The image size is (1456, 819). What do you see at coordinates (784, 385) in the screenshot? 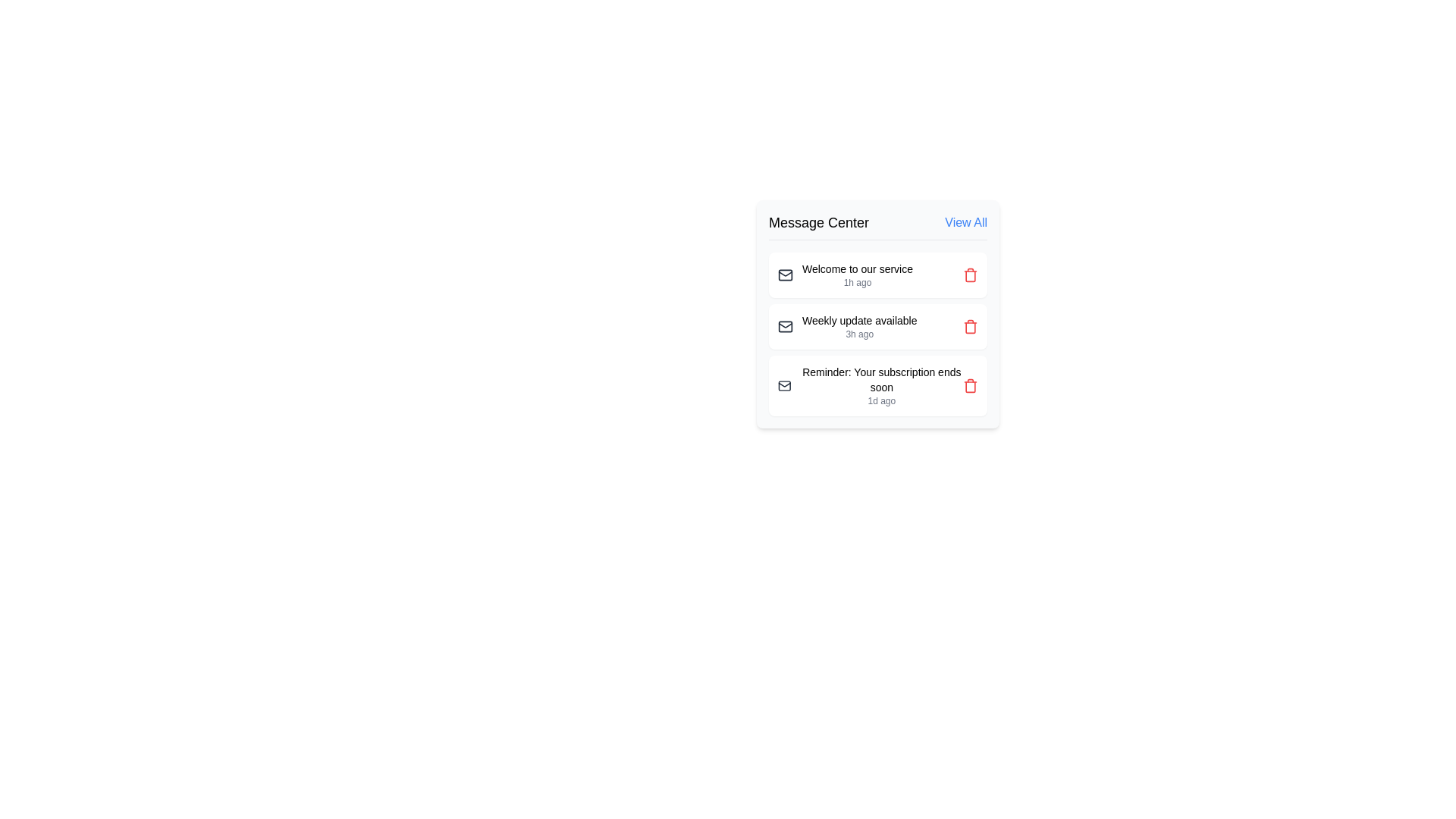
I see `the graphical representation of the email icon in the third entry titled 'Reminder: Your subscription ends soon'` at bounding box center [784, 385].